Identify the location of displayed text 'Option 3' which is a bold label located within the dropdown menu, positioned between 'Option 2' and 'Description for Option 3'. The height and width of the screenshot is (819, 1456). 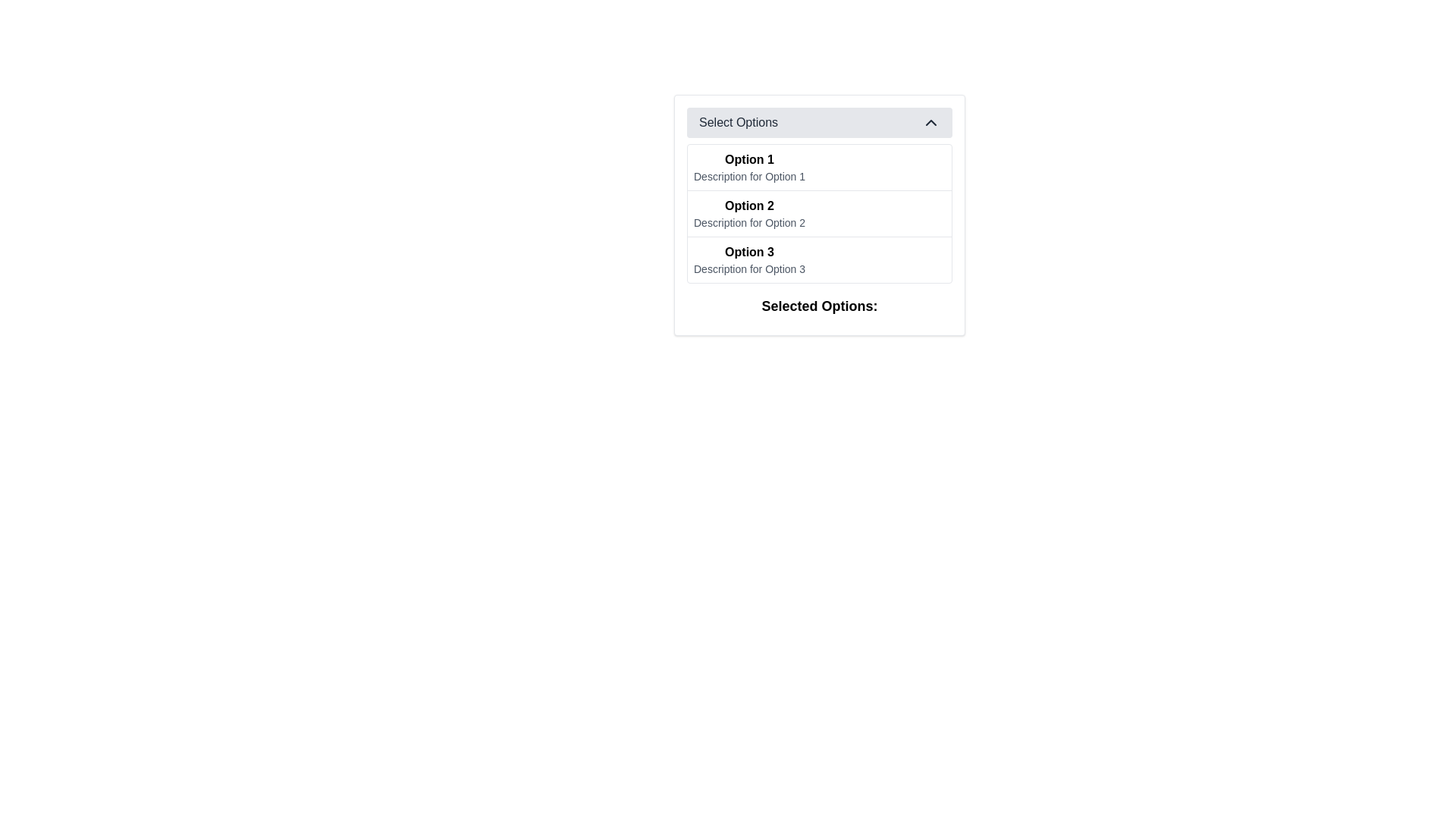
(749, 251).